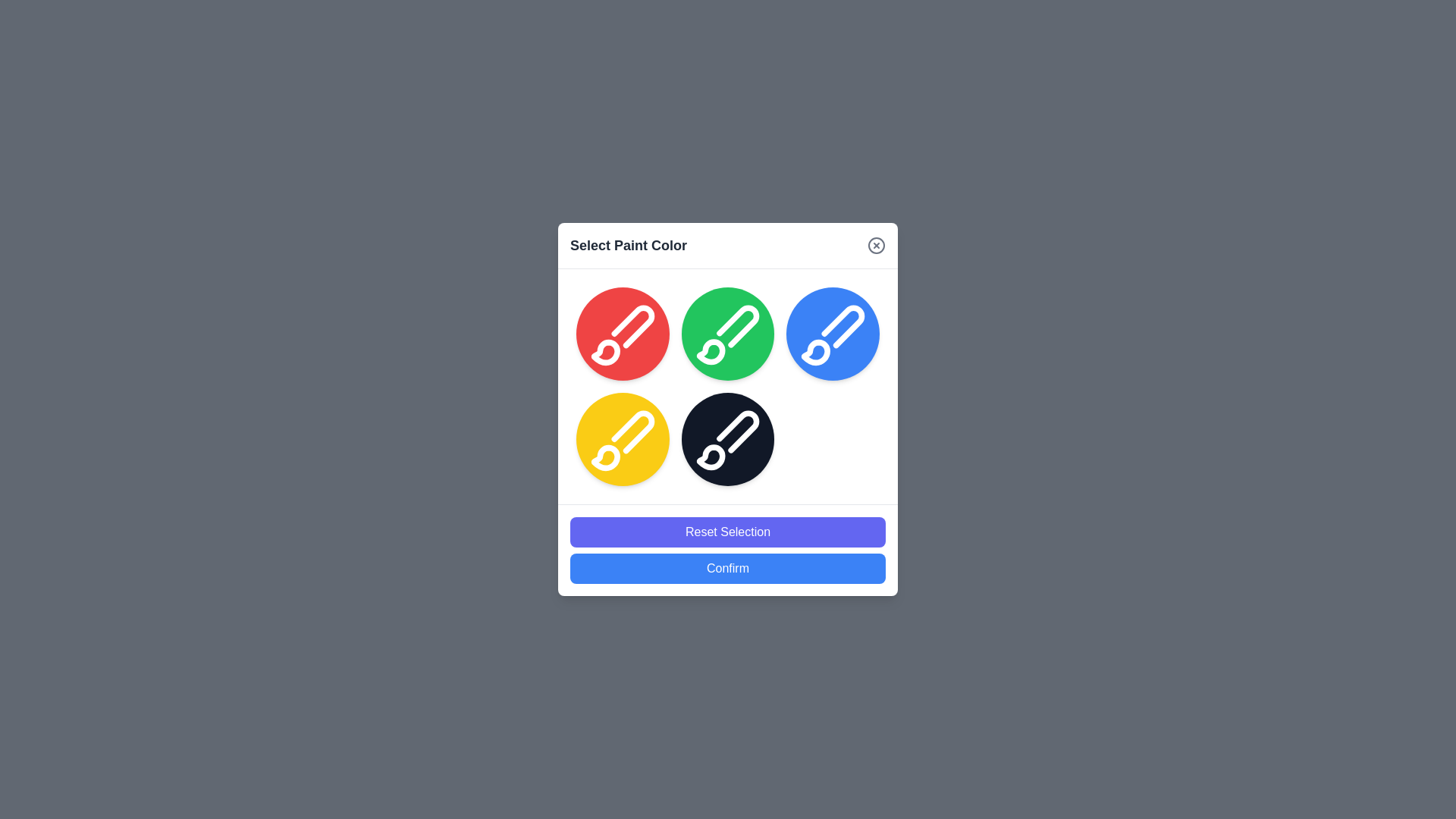  What do you see at coordinates (728, 332) in the screenshot?
I see `the color circle corresponding to green` at bounding box center [728, 332].